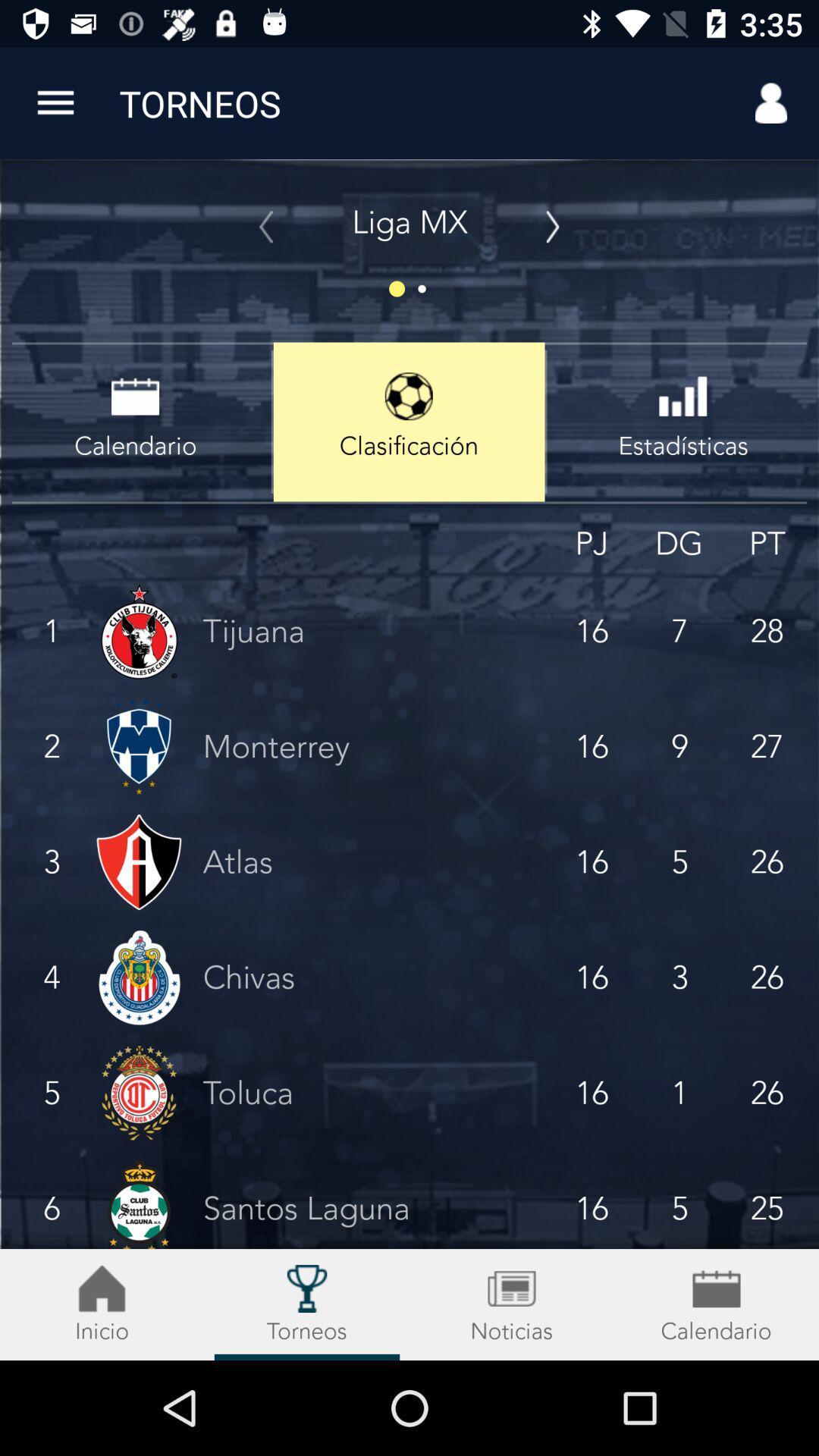 This screenshot has width=819, height=1456. I want to click on the arrow_backward icon, so click(265, 226).